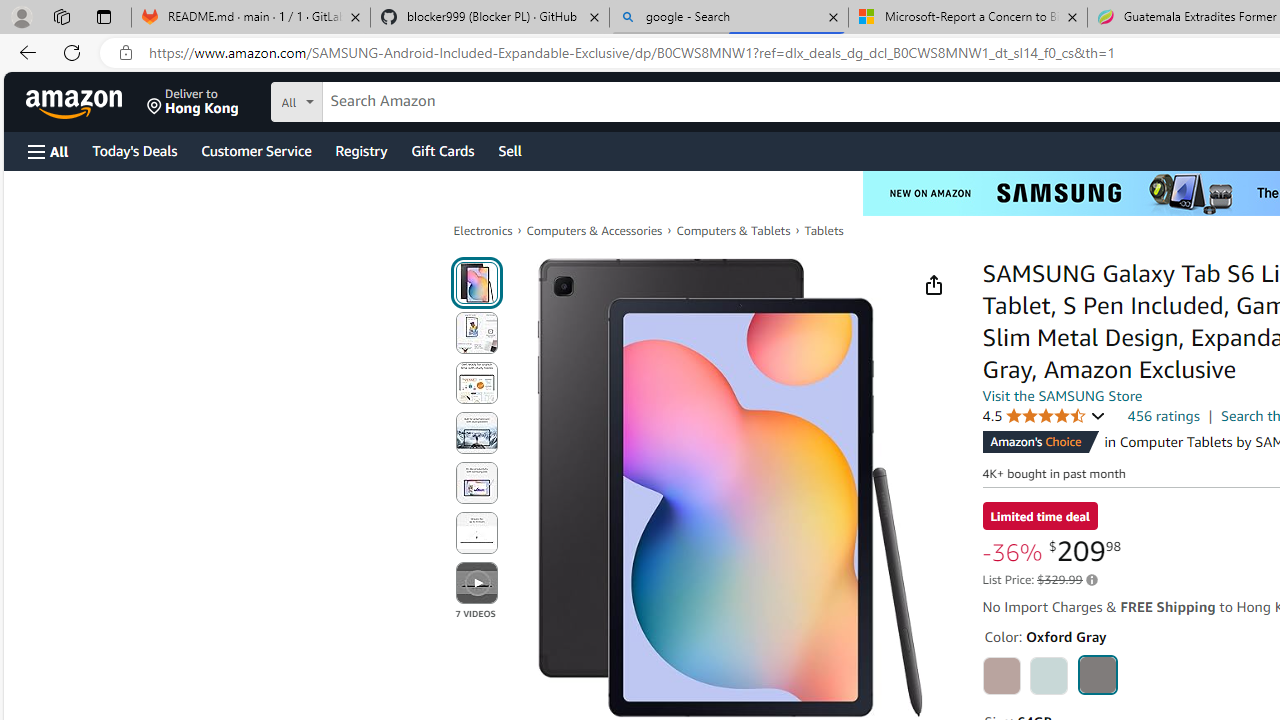 Image resolution: width=1280 pixels, height=720 pixels. Describe the element at coordinates (1001, 675) in the screenshot. I see `'Chiffon Pink'` at that location.